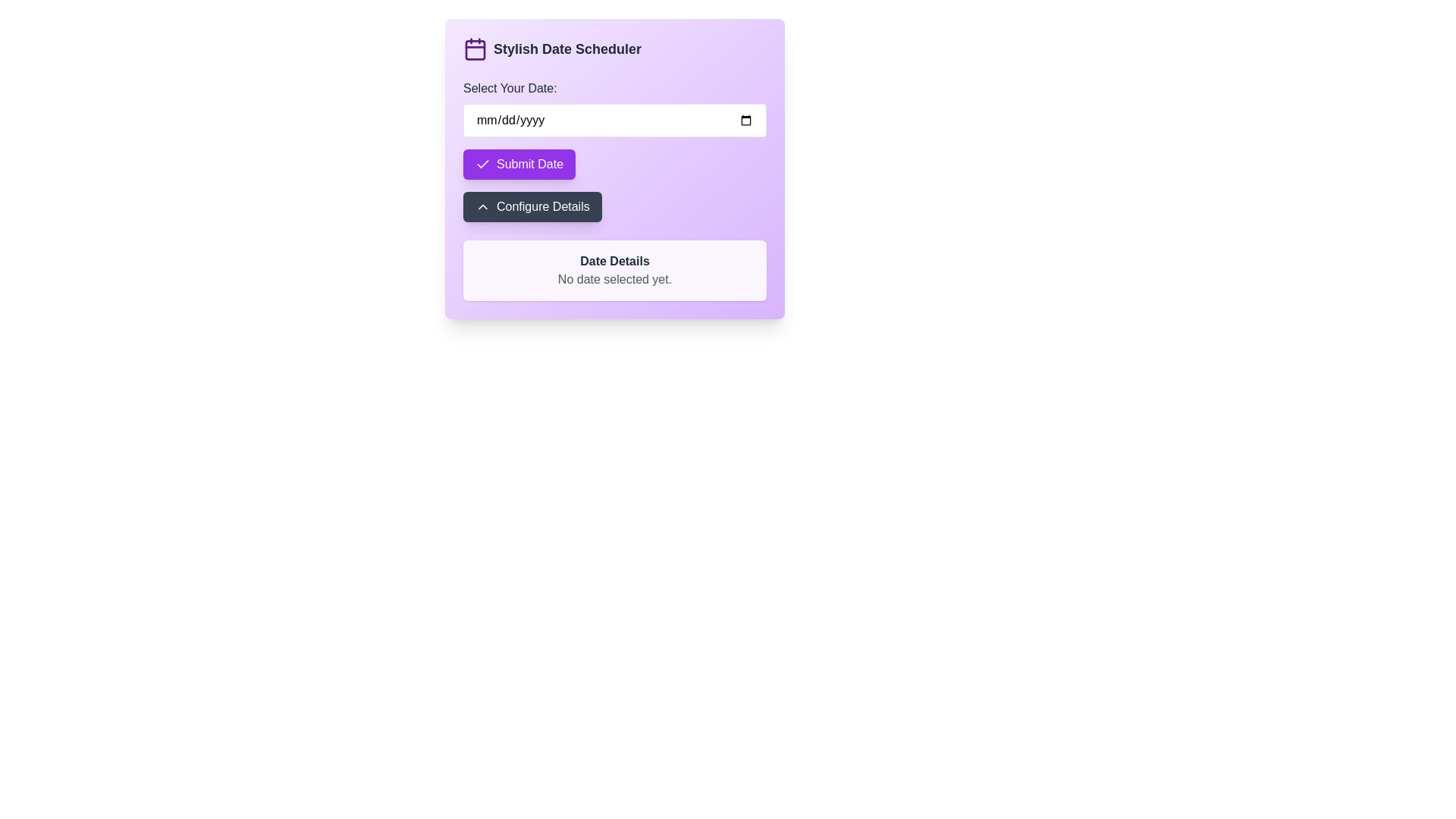 The image size is (1456, 819). I want to click on the Date Input Field in the 'Stylish Date Scheduler' section, so click(615, 107).